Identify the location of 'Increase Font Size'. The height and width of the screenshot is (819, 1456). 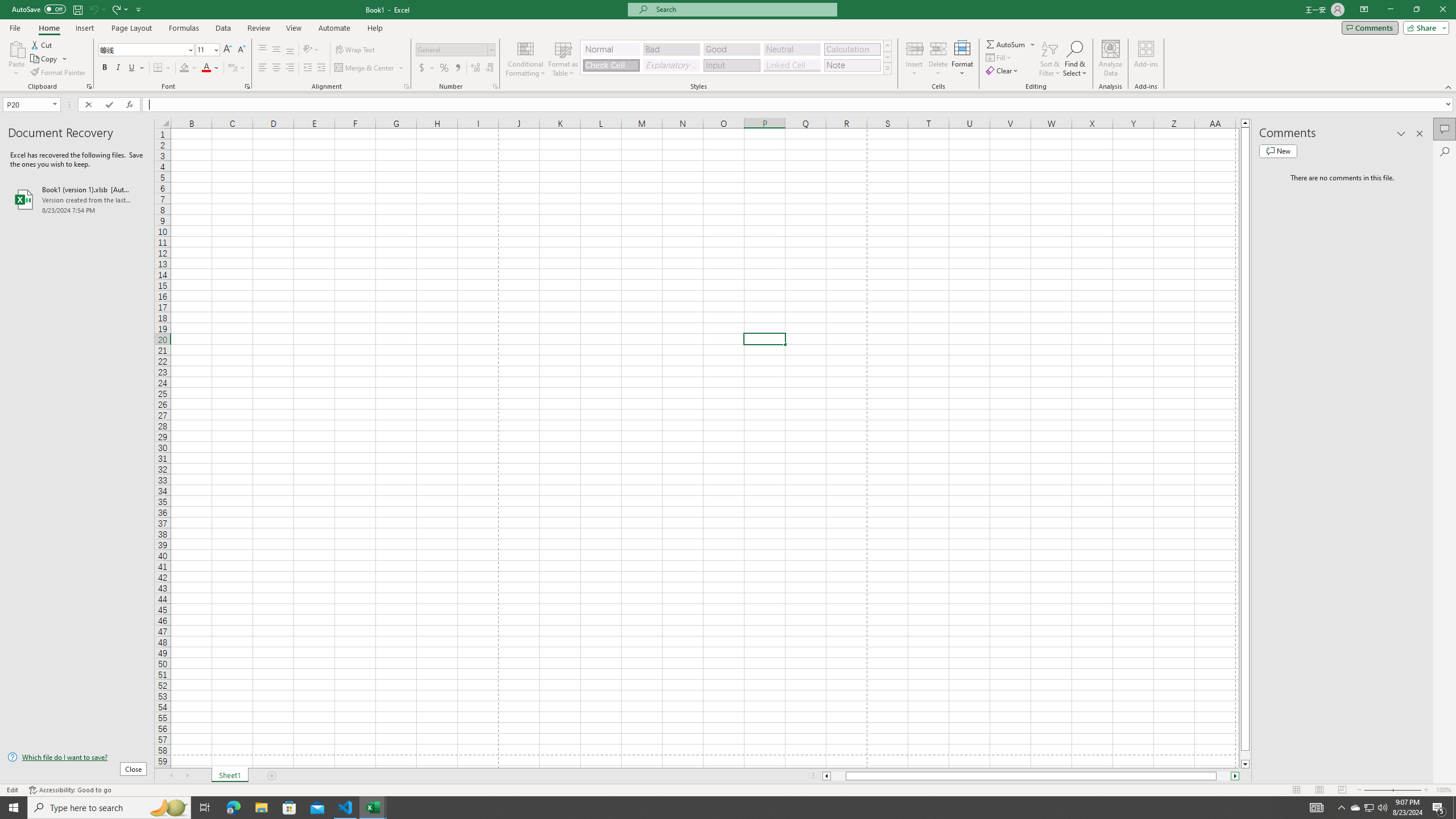
(227, 49).